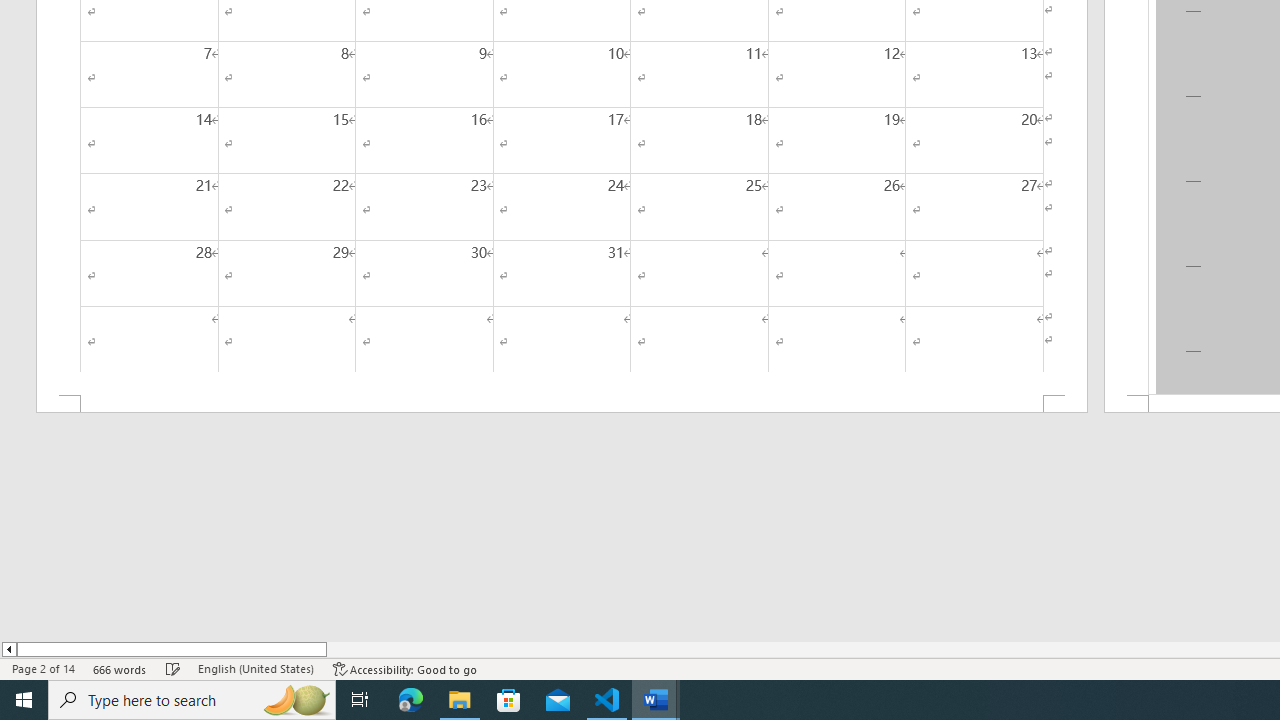 The width and height of the screenshot is (1280, 720). Describe the element at coordinates (255, 669) in the screenshot. I see `'Language English (United States)'` at that location.